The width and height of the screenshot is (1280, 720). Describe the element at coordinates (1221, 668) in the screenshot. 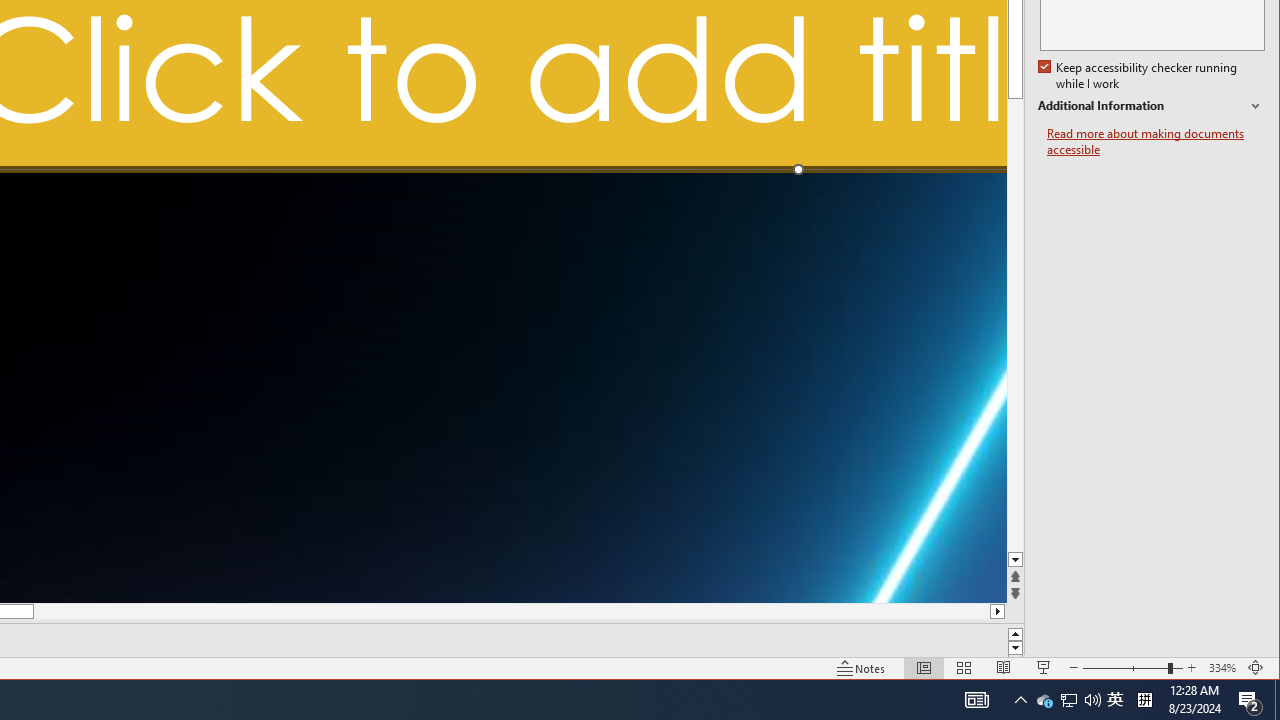

I see `'Zoom 334%'` at that location.